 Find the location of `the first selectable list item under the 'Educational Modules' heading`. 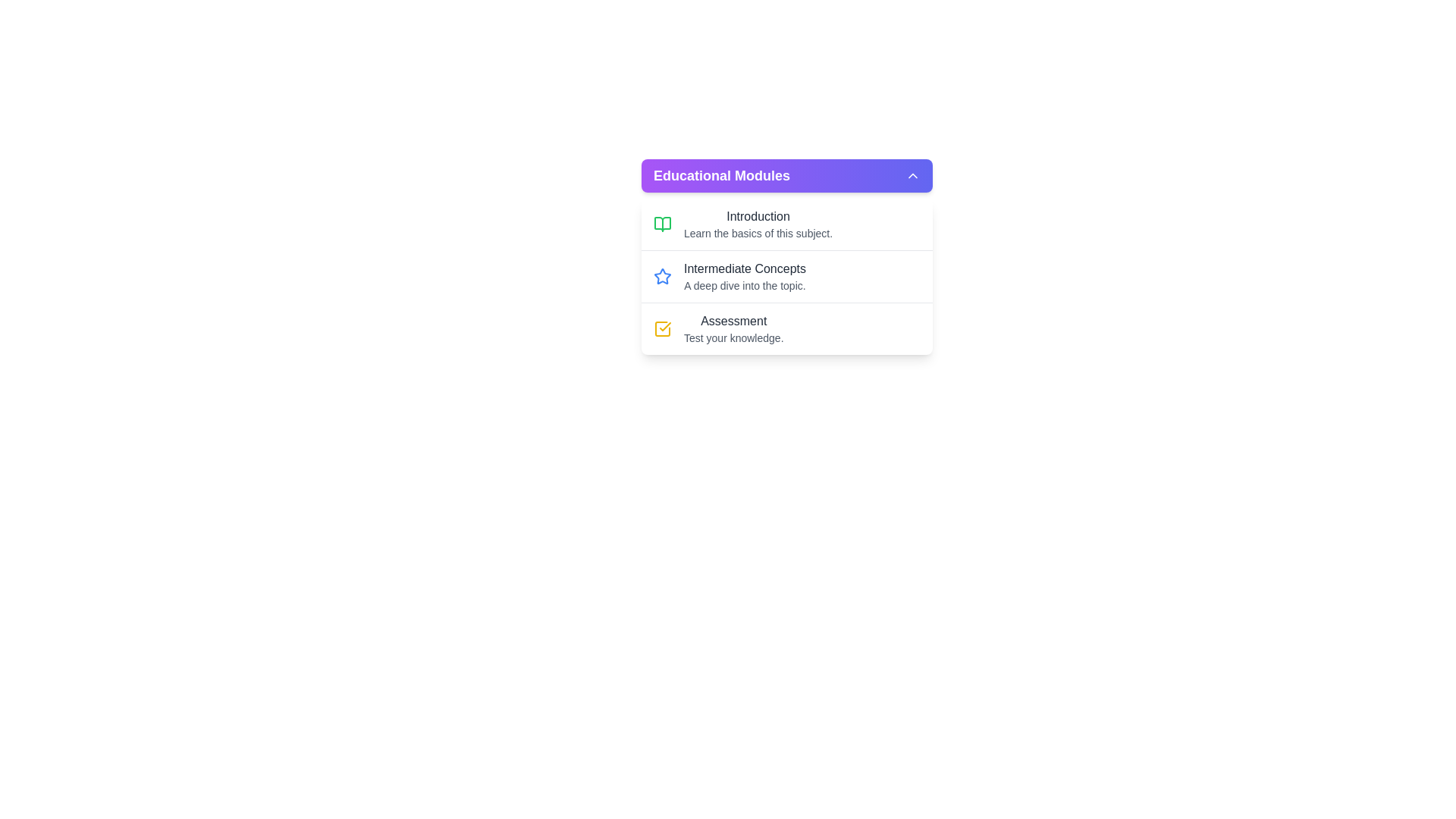

the first selectable list item under the 'Educational Modules' heading is located at coordinates (786, 224).